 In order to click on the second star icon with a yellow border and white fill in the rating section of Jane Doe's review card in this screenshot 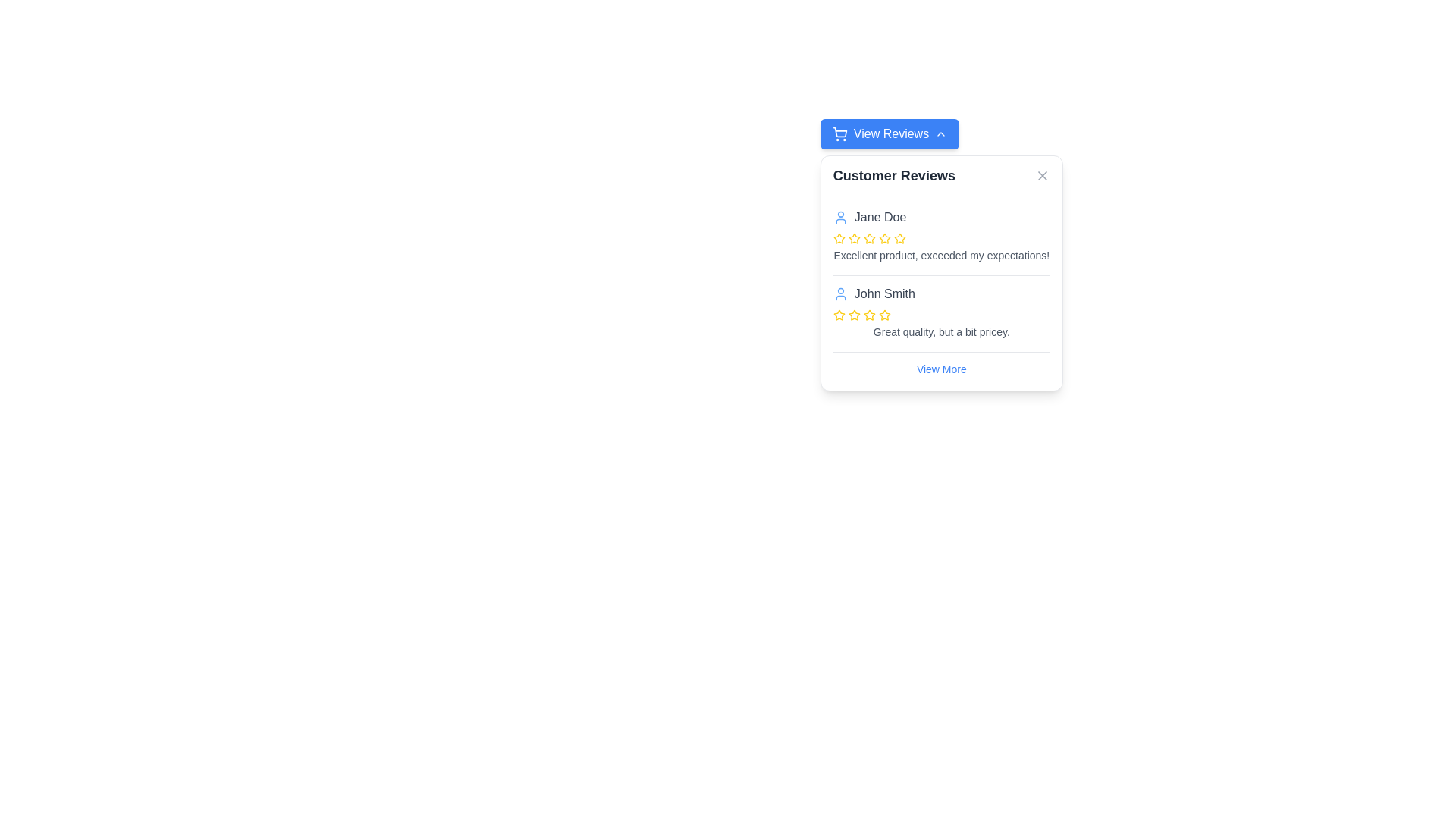, I will do `click(838, 238)`.